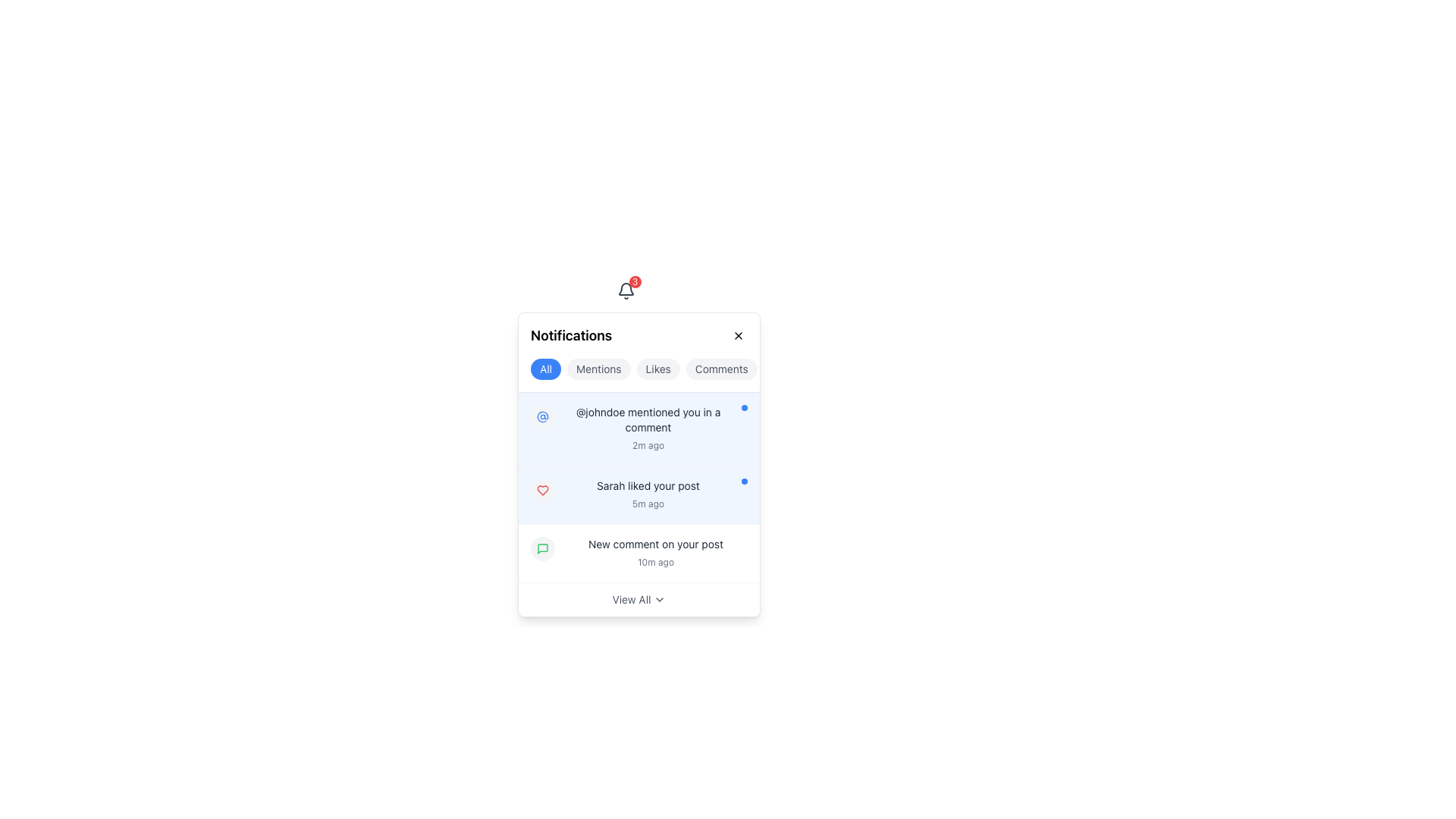 Image resolution: width=1456 pixels, height=819 pixels. What do you see at coordinates (639, 554) in the screenshot?
I see `the Notification item displaying 'New comment on your post'` at bounding box center [639, 554].